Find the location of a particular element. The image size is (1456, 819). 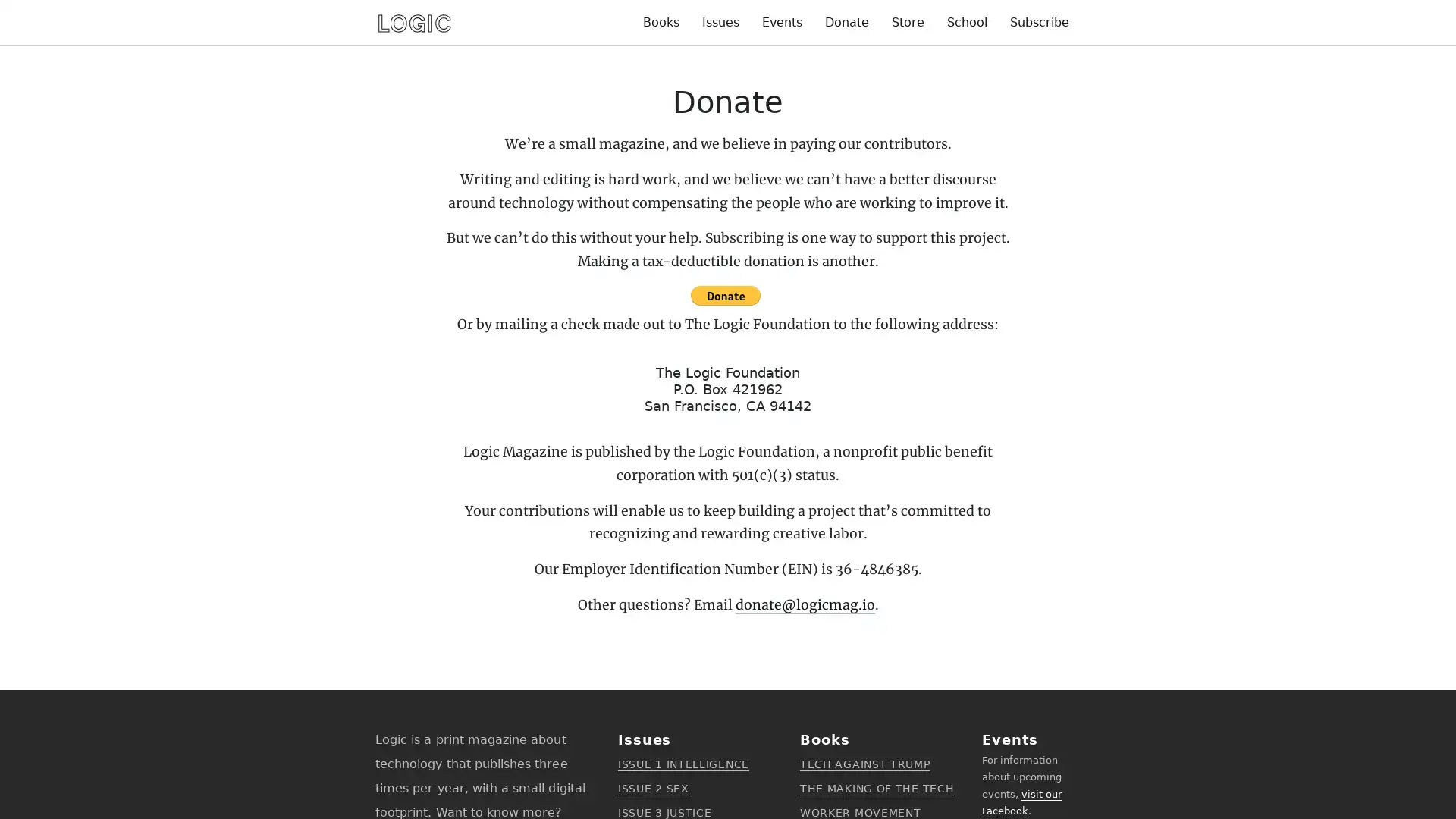

Donate with PayPal button is located at coordinates (723, 295).